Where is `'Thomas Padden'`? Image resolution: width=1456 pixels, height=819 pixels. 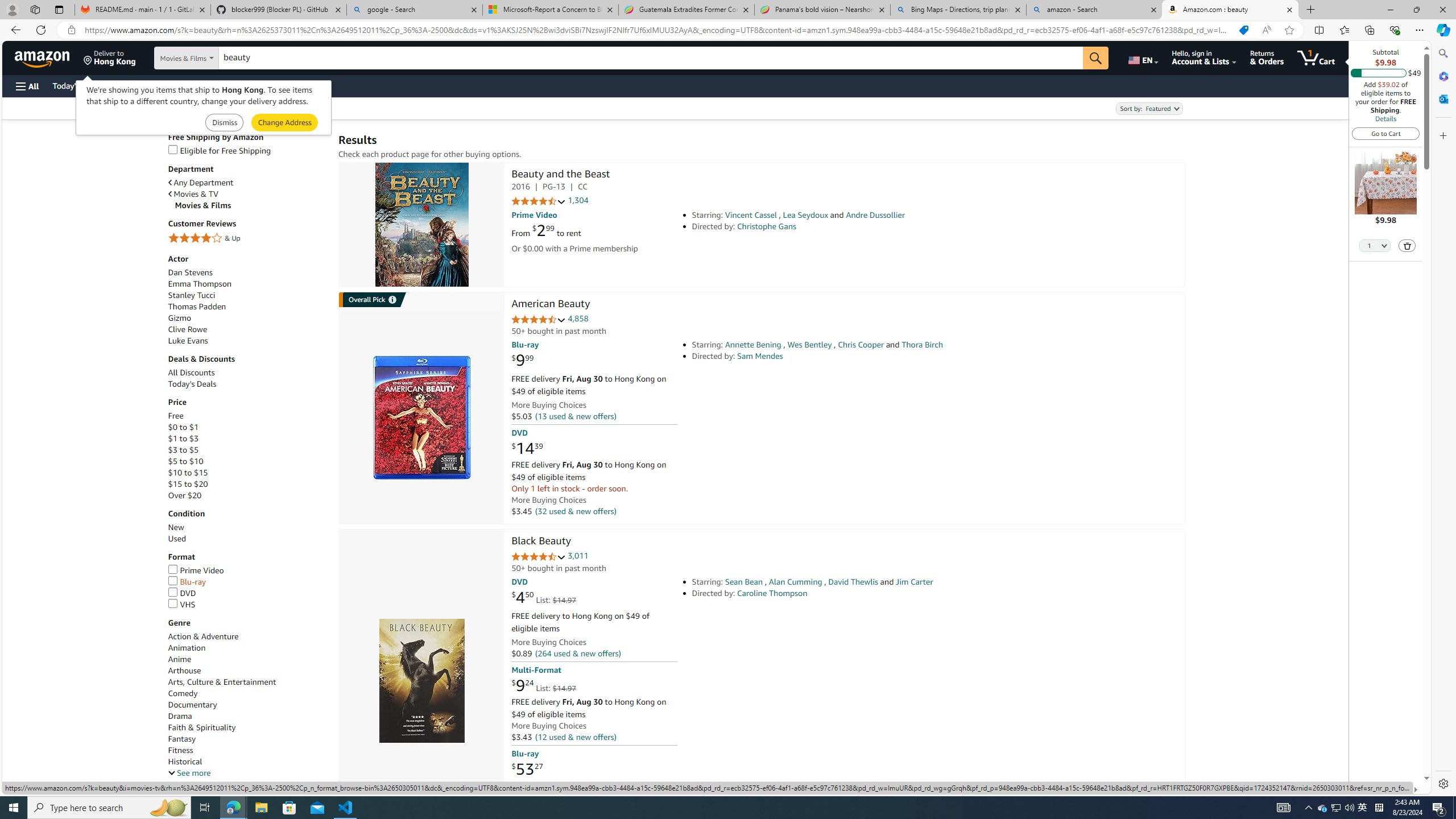 'Thomas Padden' is located at coordinates (247, 307).